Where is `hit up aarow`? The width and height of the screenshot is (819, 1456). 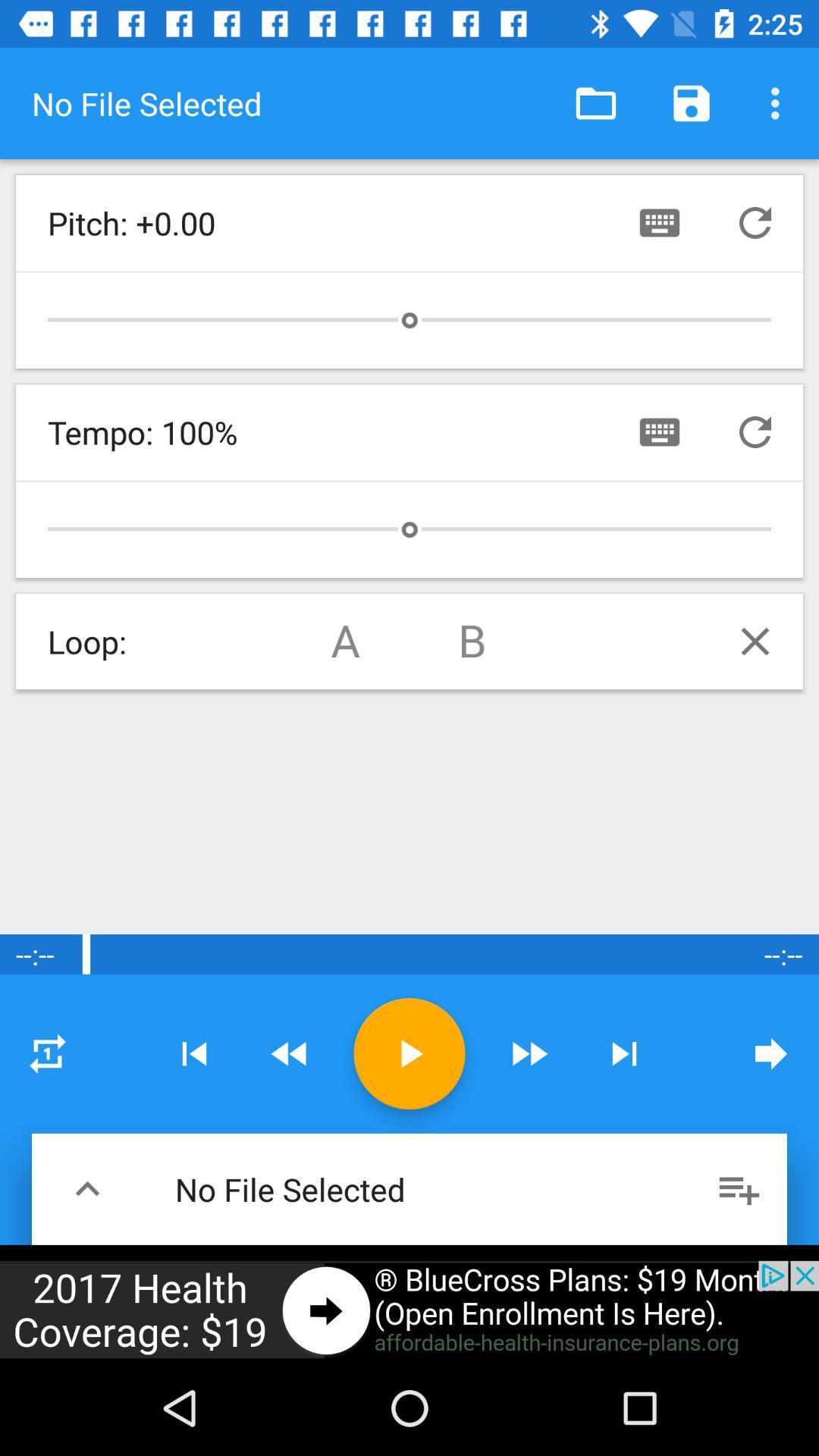
hit up aarow is located at coordinates (87, 1188).